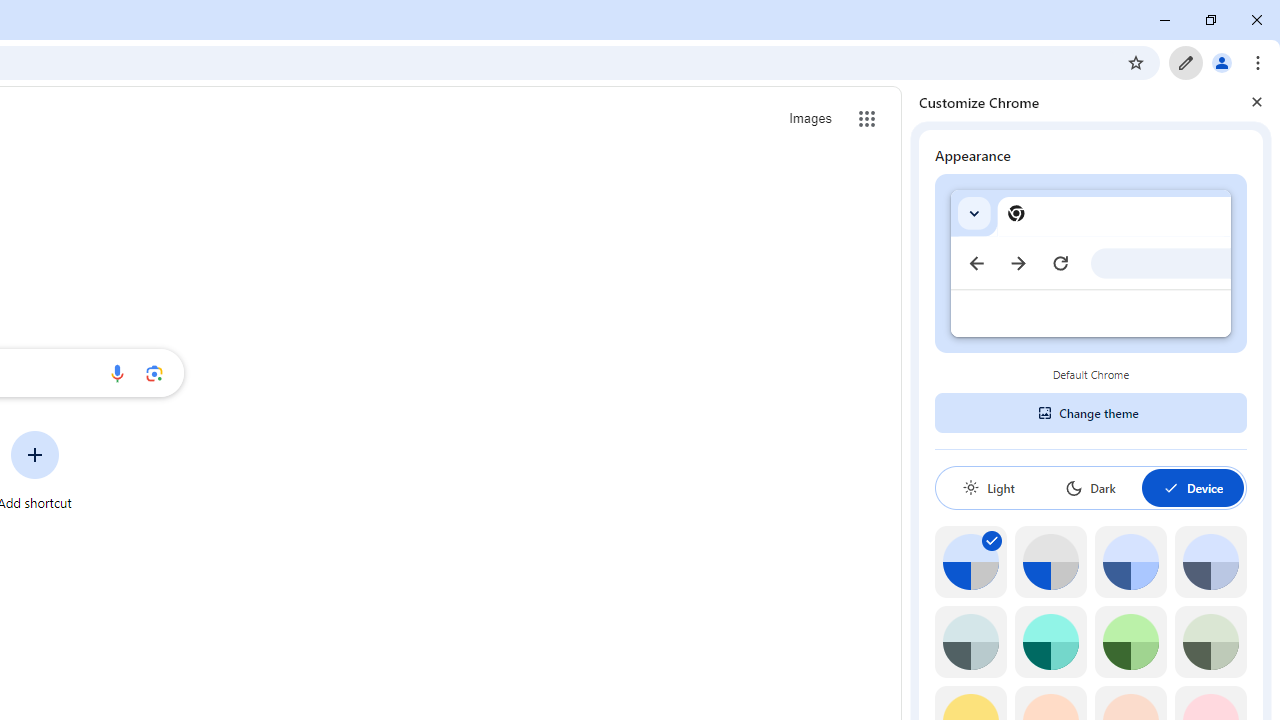 The width and height of the screenshot is (1280, 720). Describe the element at coordinates (1209, 562) in the screenshot. I see `'Cool grey'` at that location.